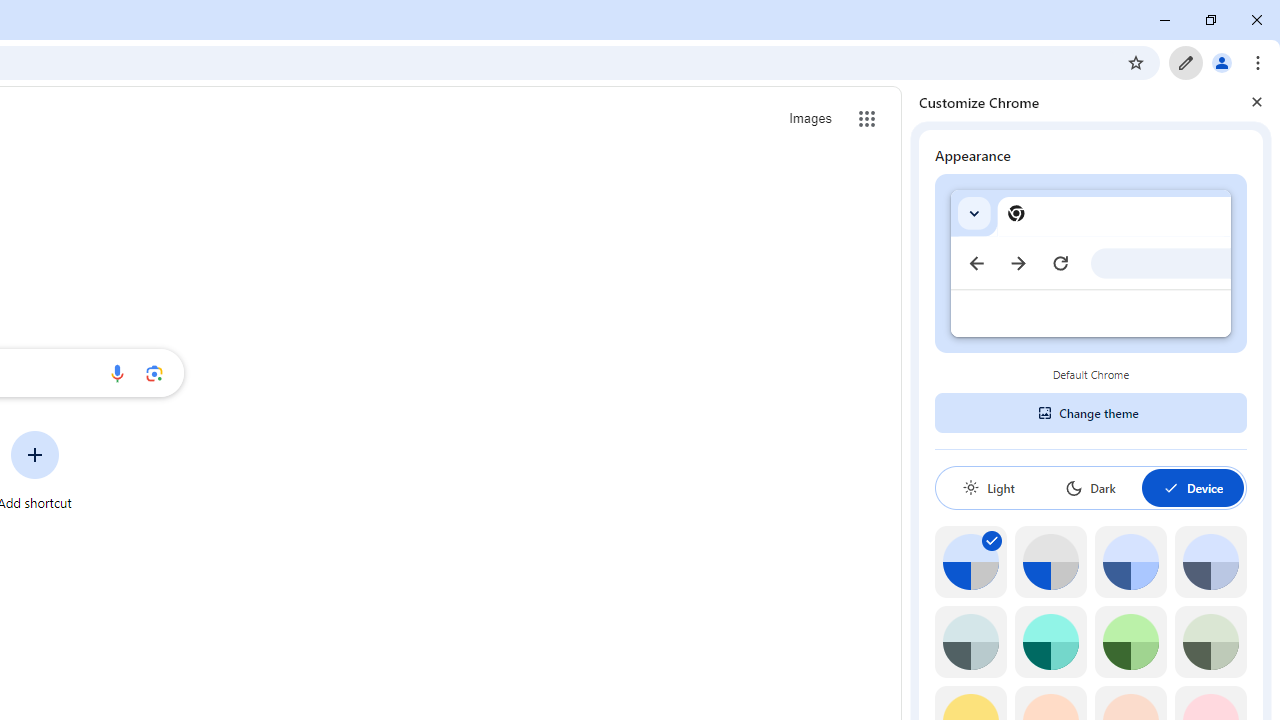 The width and height of the screenshot is (1280, 720). Describe the element at coordinates (1209, 562) in the screenshot. I see `'Cool grey'` at that location.